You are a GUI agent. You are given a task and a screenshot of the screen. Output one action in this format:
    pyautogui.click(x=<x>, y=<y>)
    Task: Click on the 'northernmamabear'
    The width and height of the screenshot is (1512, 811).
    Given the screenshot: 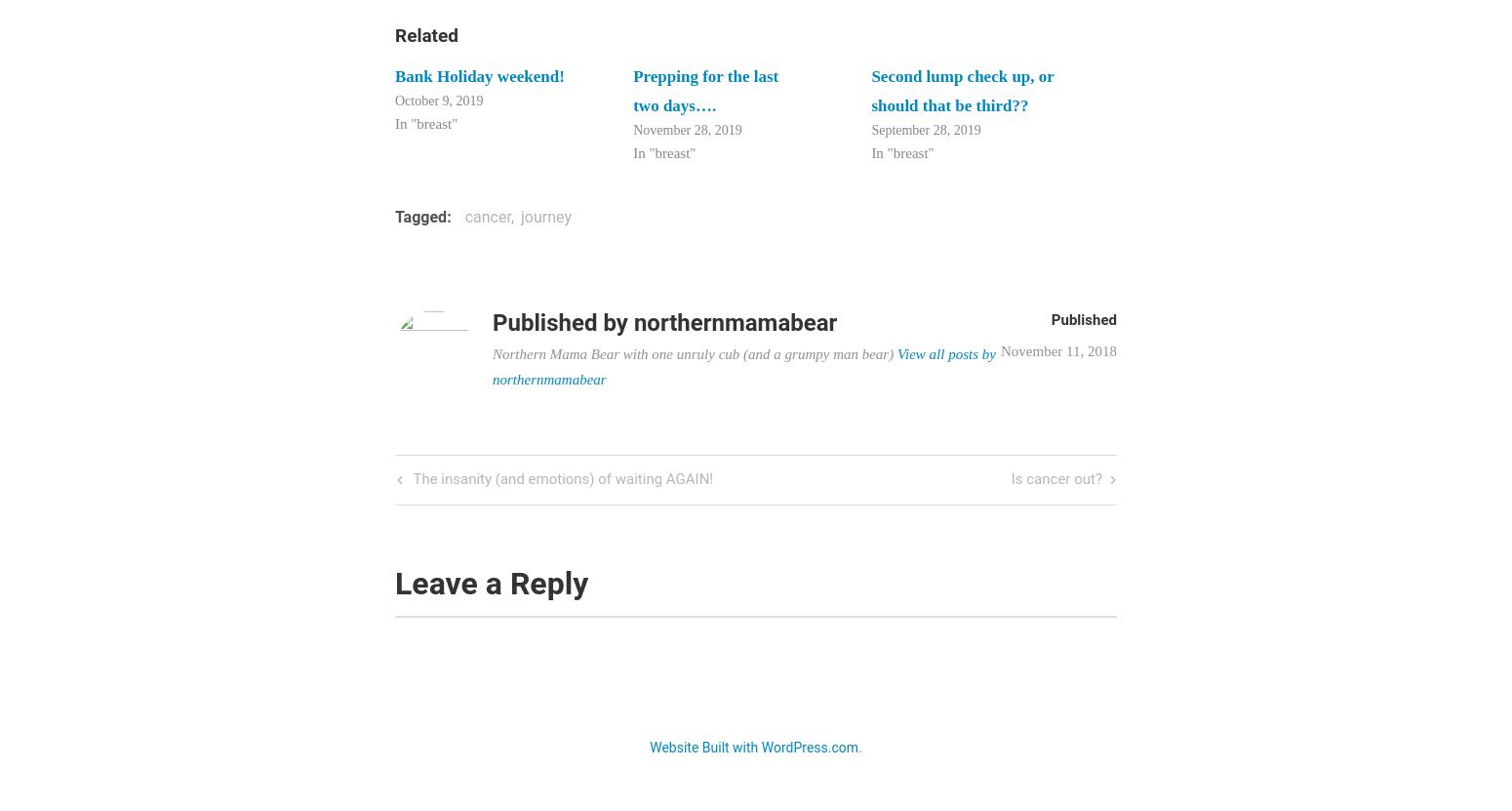 What is the action you would take?
    pyautogui.click(x=735, y=320)
    